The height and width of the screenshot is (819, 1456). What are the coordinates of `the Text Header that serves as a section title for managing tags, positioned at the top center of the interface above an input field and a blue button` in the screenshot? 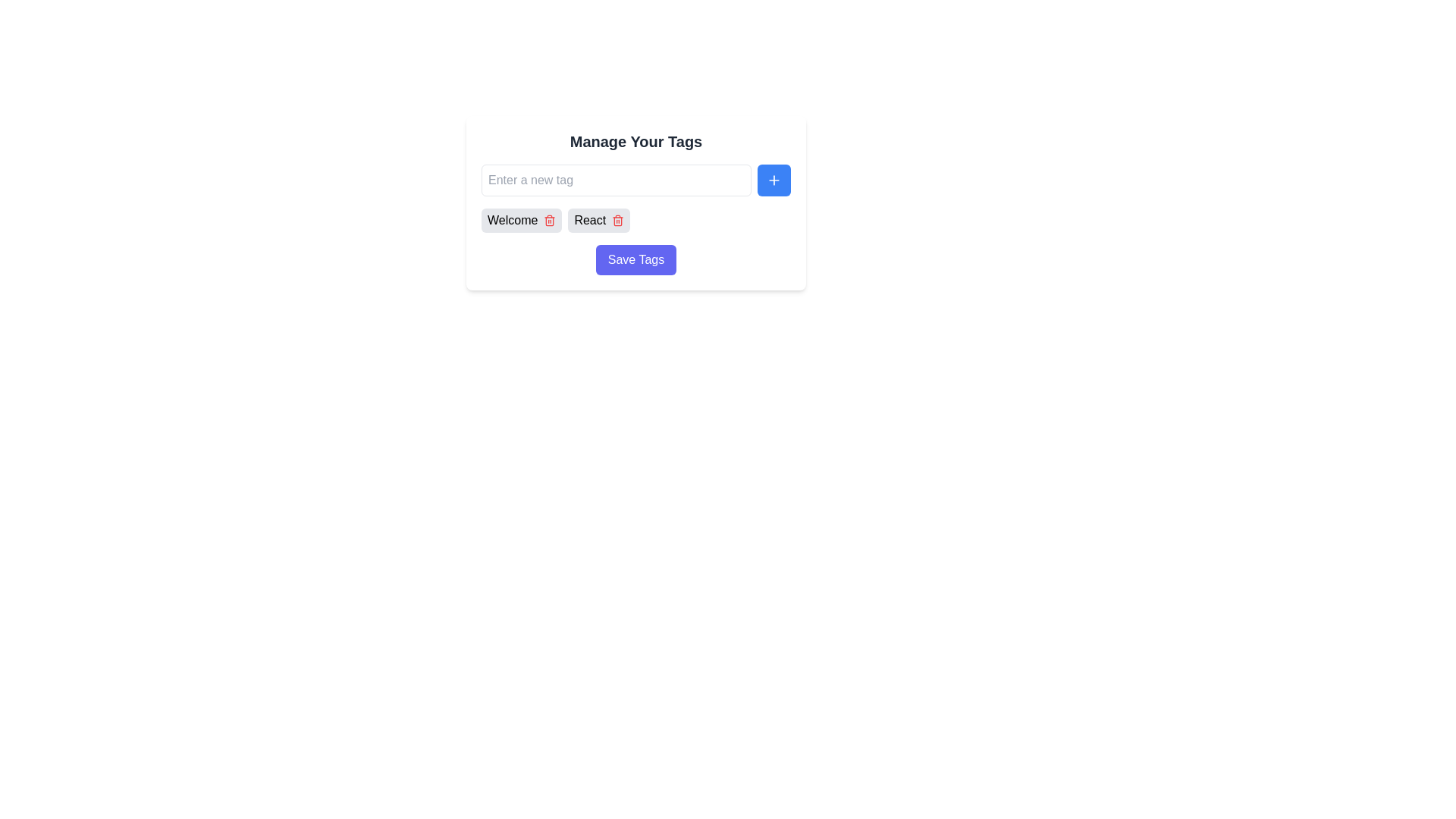 It's located at (636, 141).